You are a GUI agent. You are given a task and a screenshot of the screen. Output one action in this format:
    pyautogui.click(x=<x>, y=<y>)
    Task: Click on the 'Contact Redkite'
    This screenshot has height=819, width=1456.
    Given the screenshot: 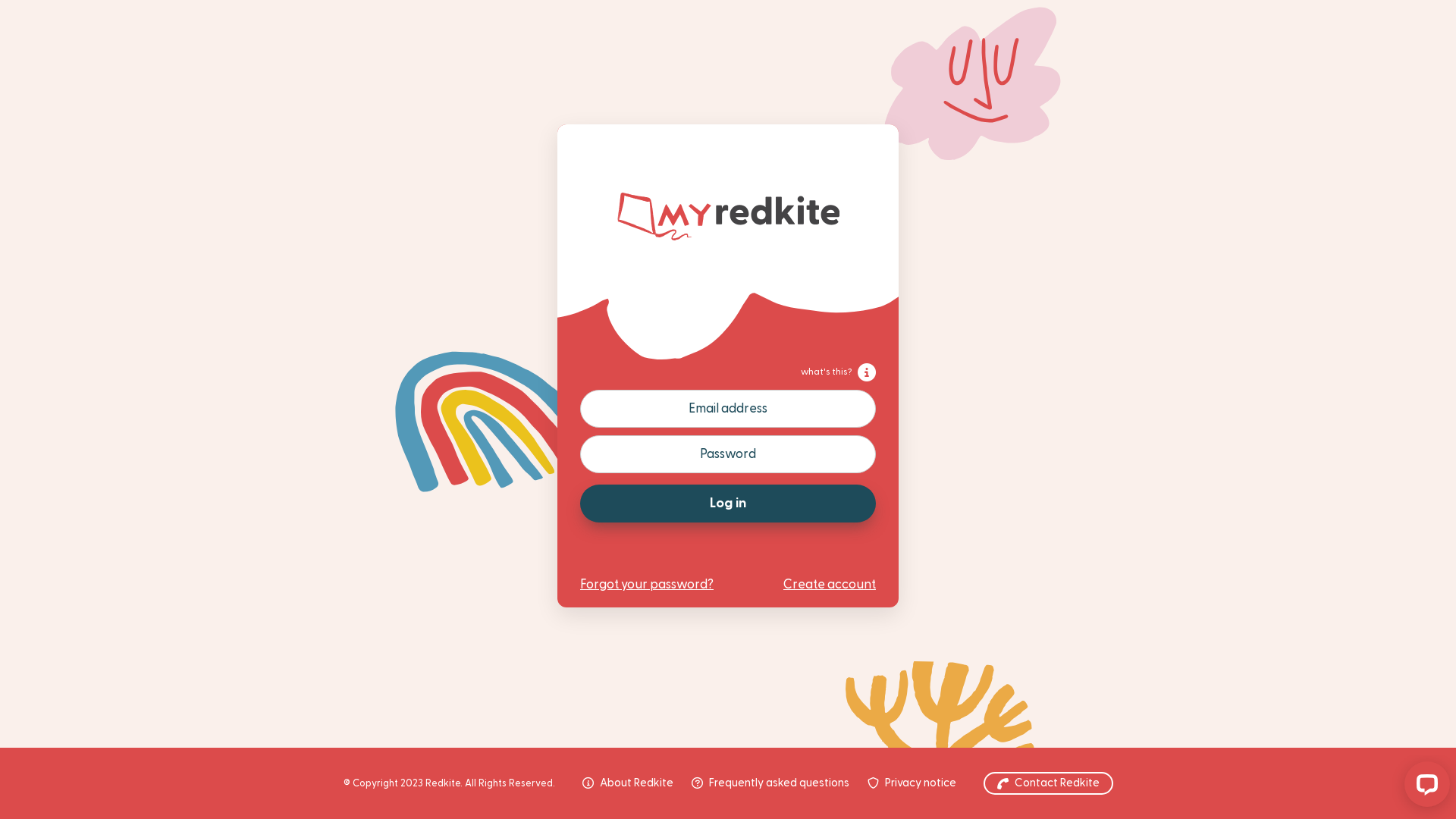 What is the action you would take?
    pyautogui.click(x=983, y=783)
    